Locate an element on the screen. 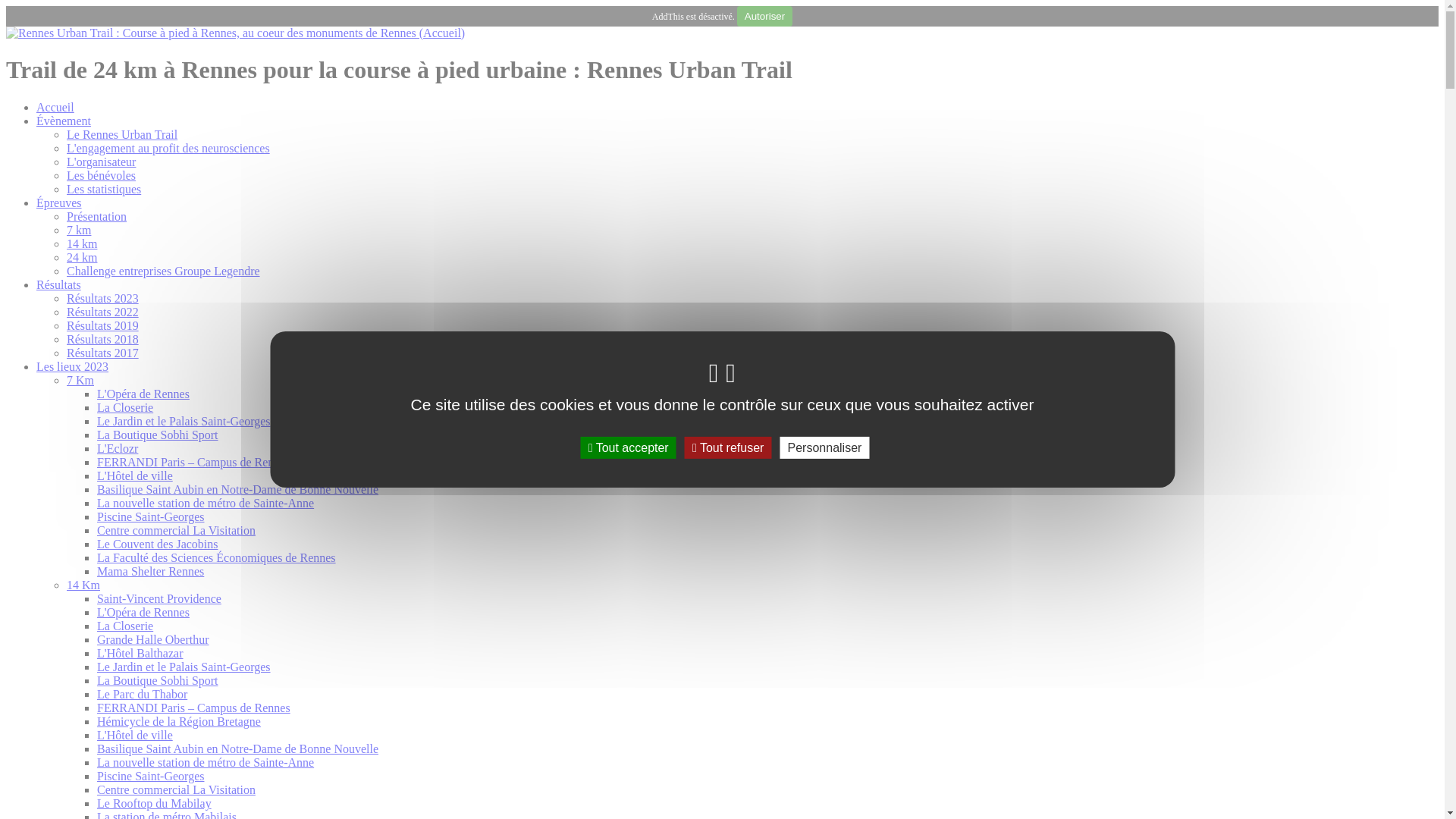  'La Boutique Sobhi Sport' is located at coordinates (157, 435).